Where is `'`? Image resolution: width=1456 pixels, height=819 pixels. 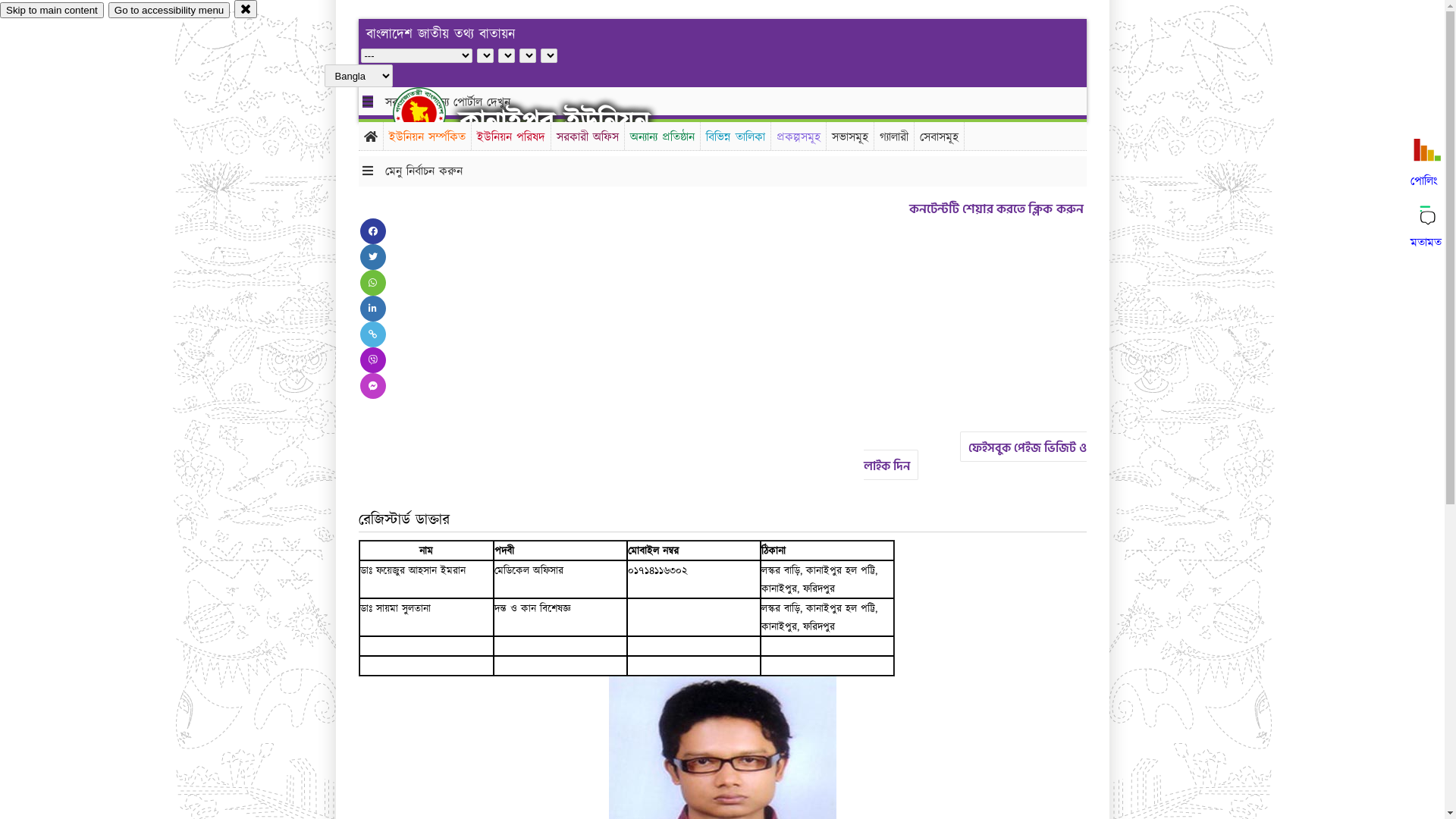 ' is located at coordinates (431, 112).